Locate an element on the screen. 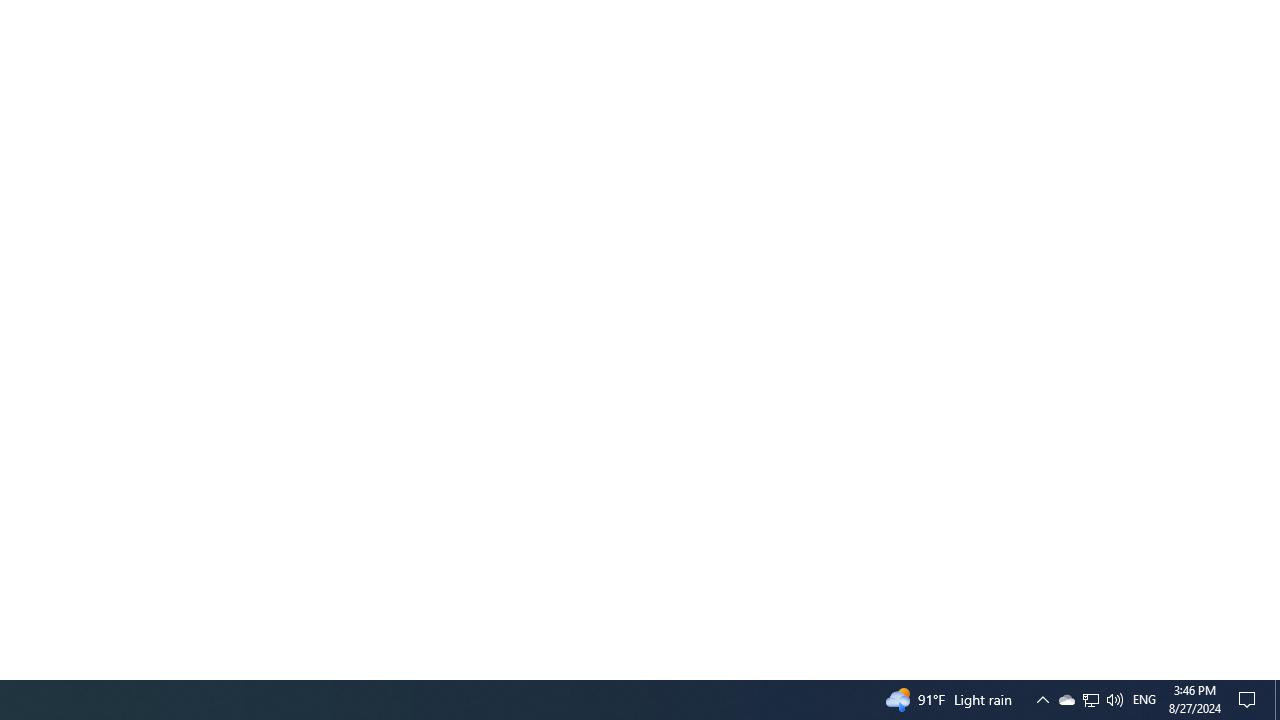 The image size is (1280, 720). 'User Promoted Notification Area' is located at coordinates (1089, 698).